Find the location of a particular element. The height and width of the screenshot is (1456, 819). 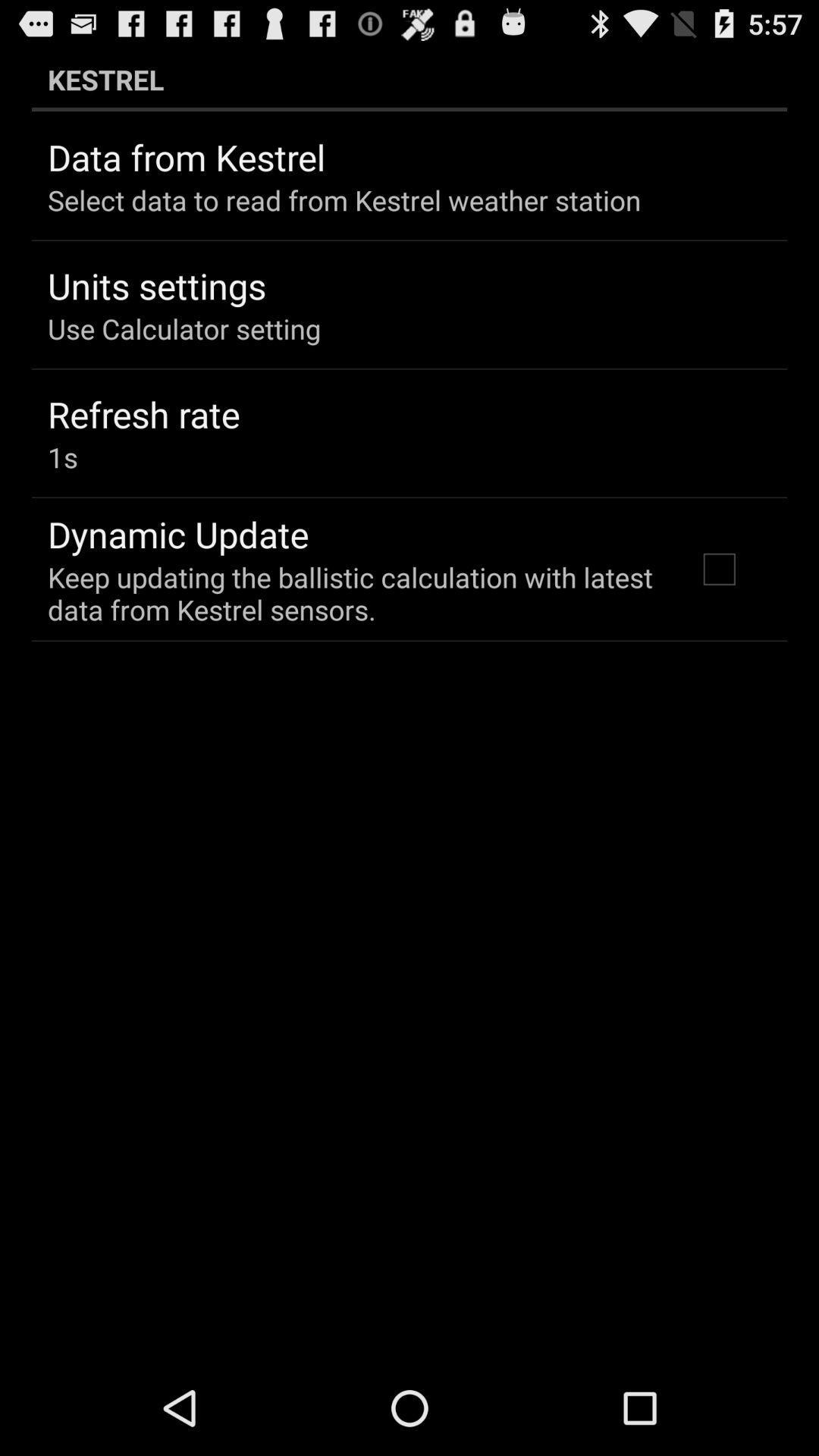

the select data to item is located at coordinates (344, 199).